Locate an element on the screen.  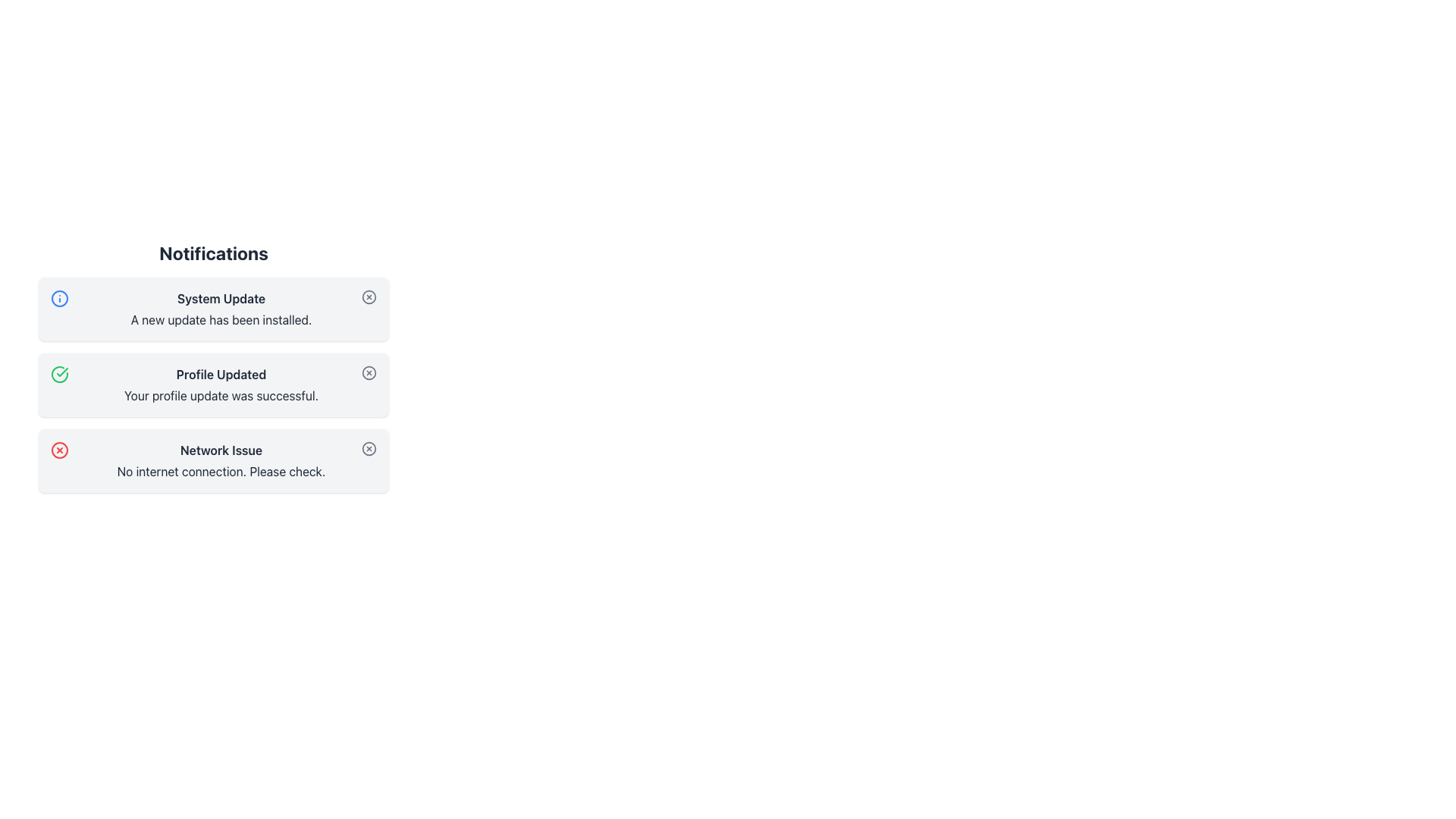
the green circular icon with a checkmark, which is located to the left of the 'Profile Updated' notification is located at coordinates (59, 374).